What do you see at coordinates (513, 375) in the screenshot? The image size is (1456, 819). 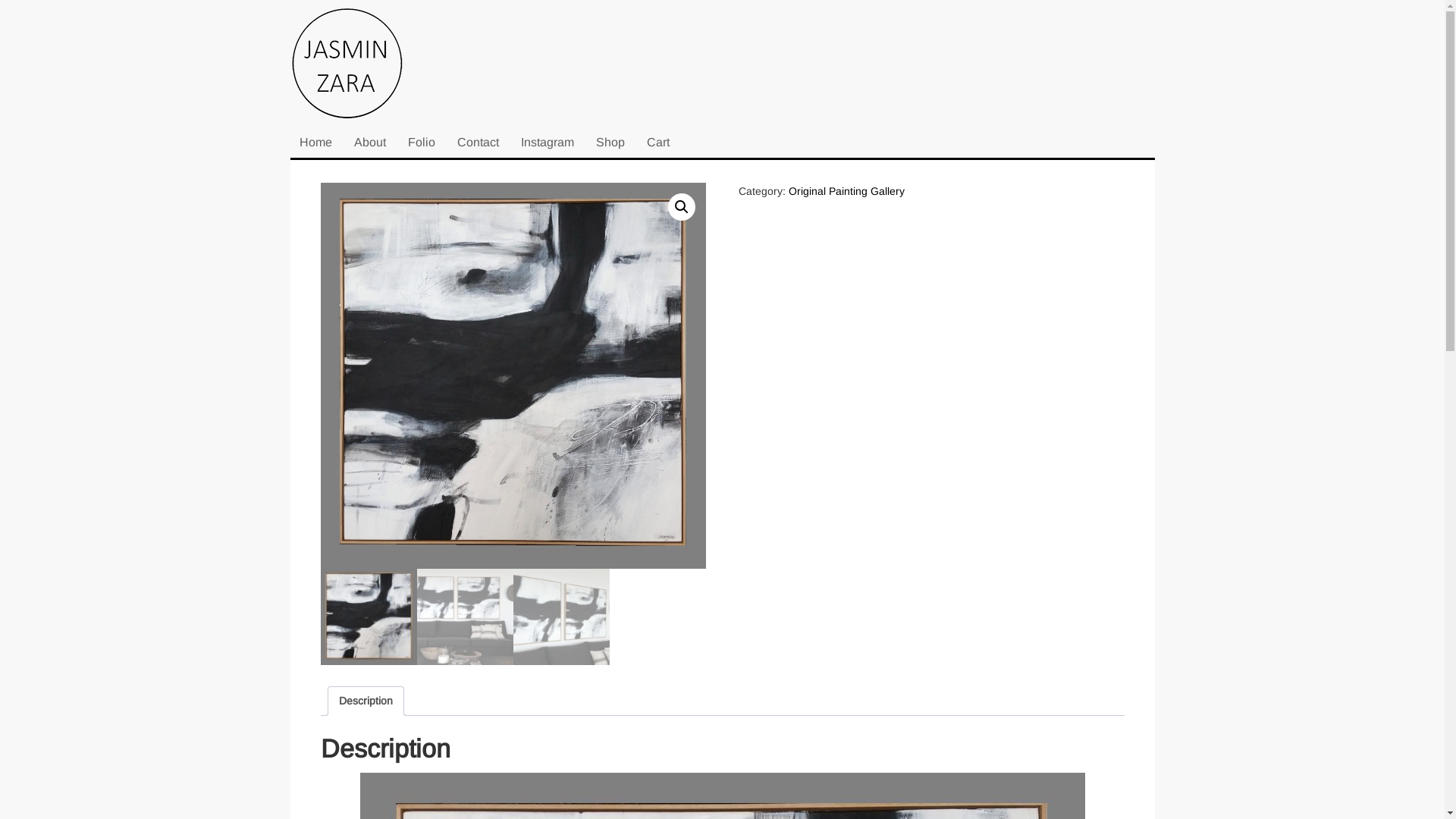 I see `''Black Lines 10.' 120 x 120cm framed'` at bounding box center [513, 375].